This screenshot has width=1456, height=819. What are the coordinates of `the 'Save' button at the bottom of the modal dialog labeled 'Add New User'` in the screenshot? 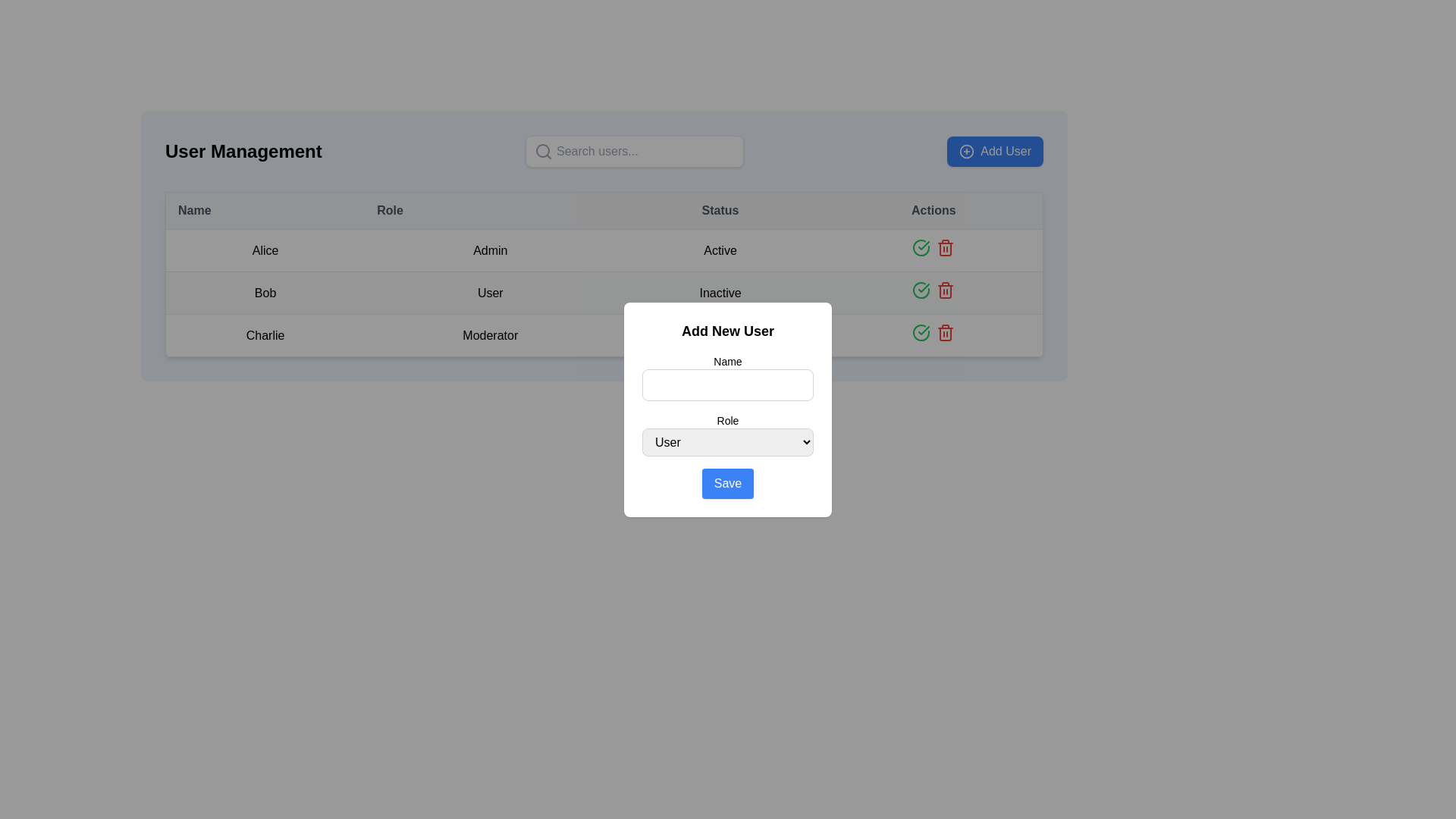 It's located at (728, 483).